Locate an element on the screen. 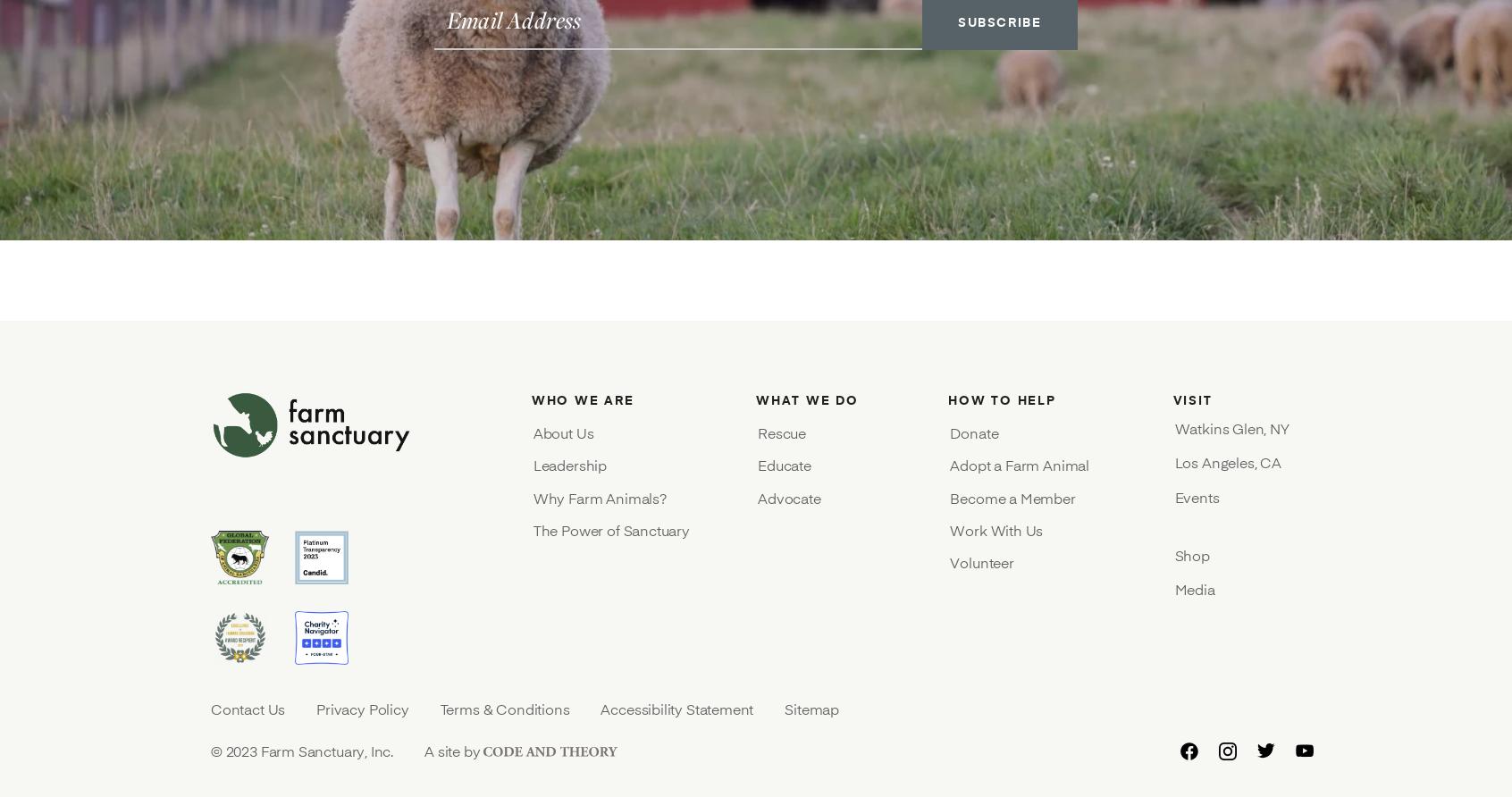 Image resolution: width=1512 pixels, height=797 pixels. 'Shop' is located at coordinates (1173, 554).